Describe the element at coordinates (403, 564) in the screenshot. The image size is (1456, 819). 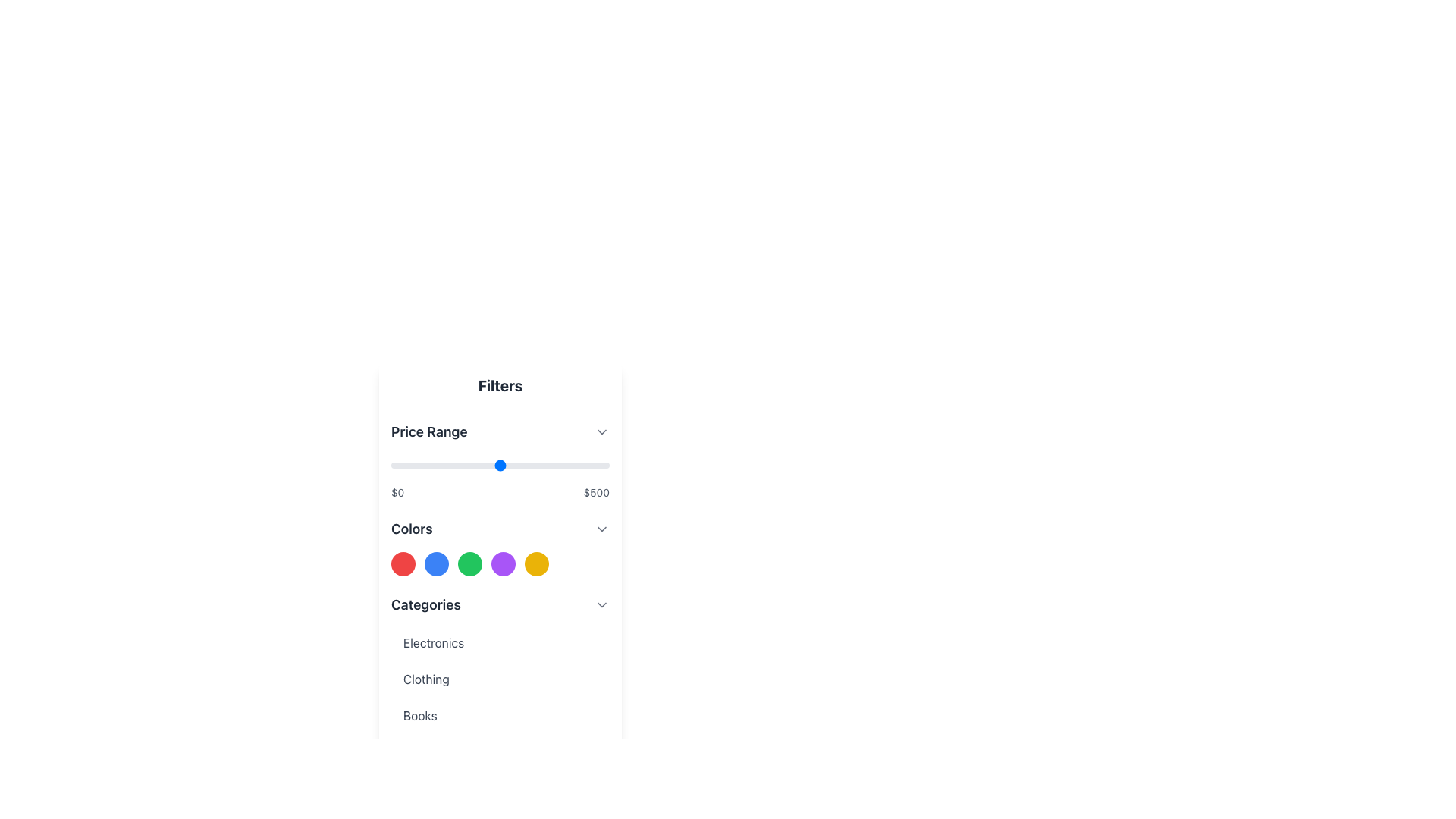
I see `the first circular button in the row under the 'Colors' label` at that location.